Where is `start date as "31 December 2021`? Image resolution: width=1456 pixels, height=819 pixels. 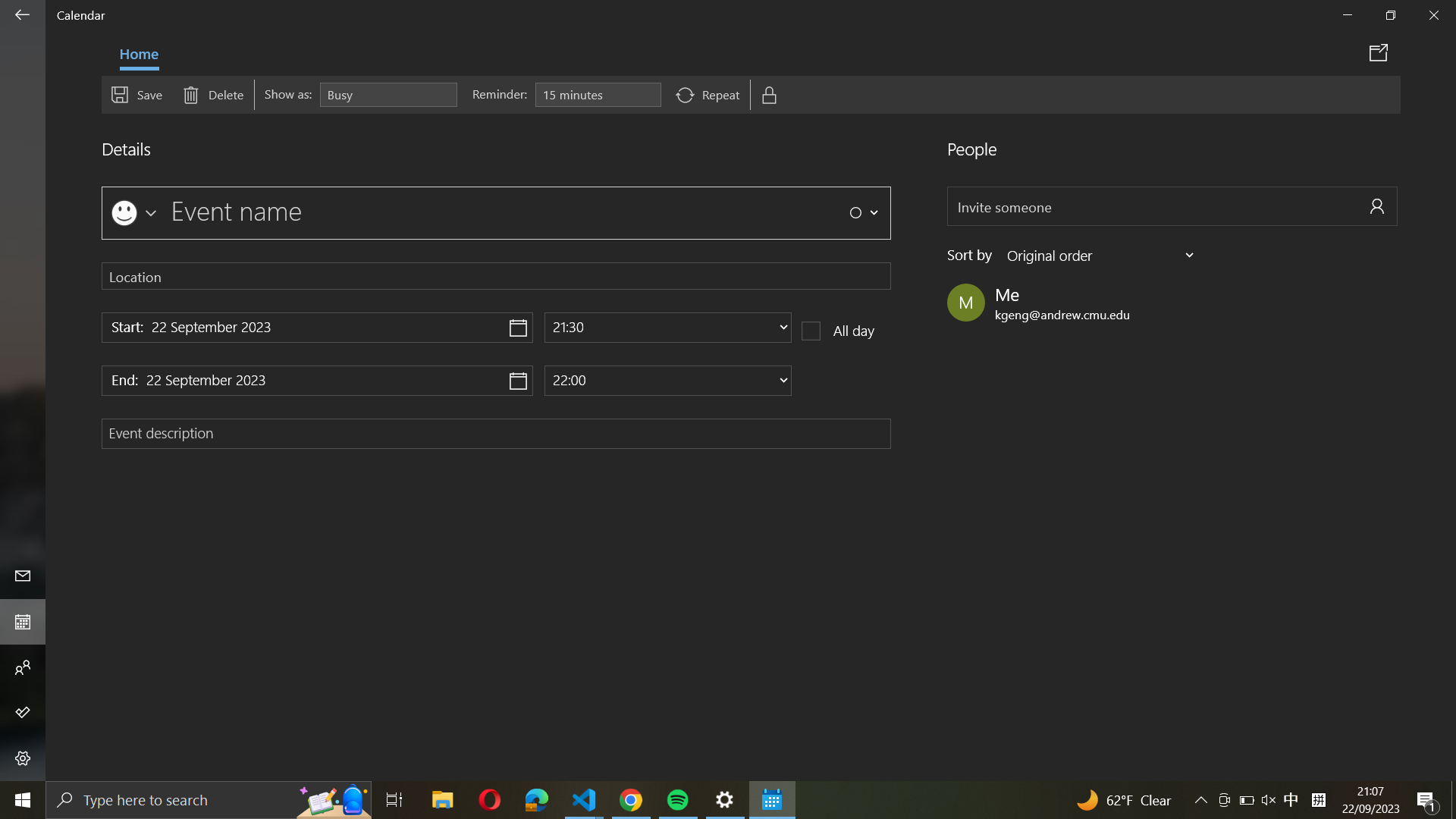
start date as "31 December 2021 is located at coordinates (316, 327).